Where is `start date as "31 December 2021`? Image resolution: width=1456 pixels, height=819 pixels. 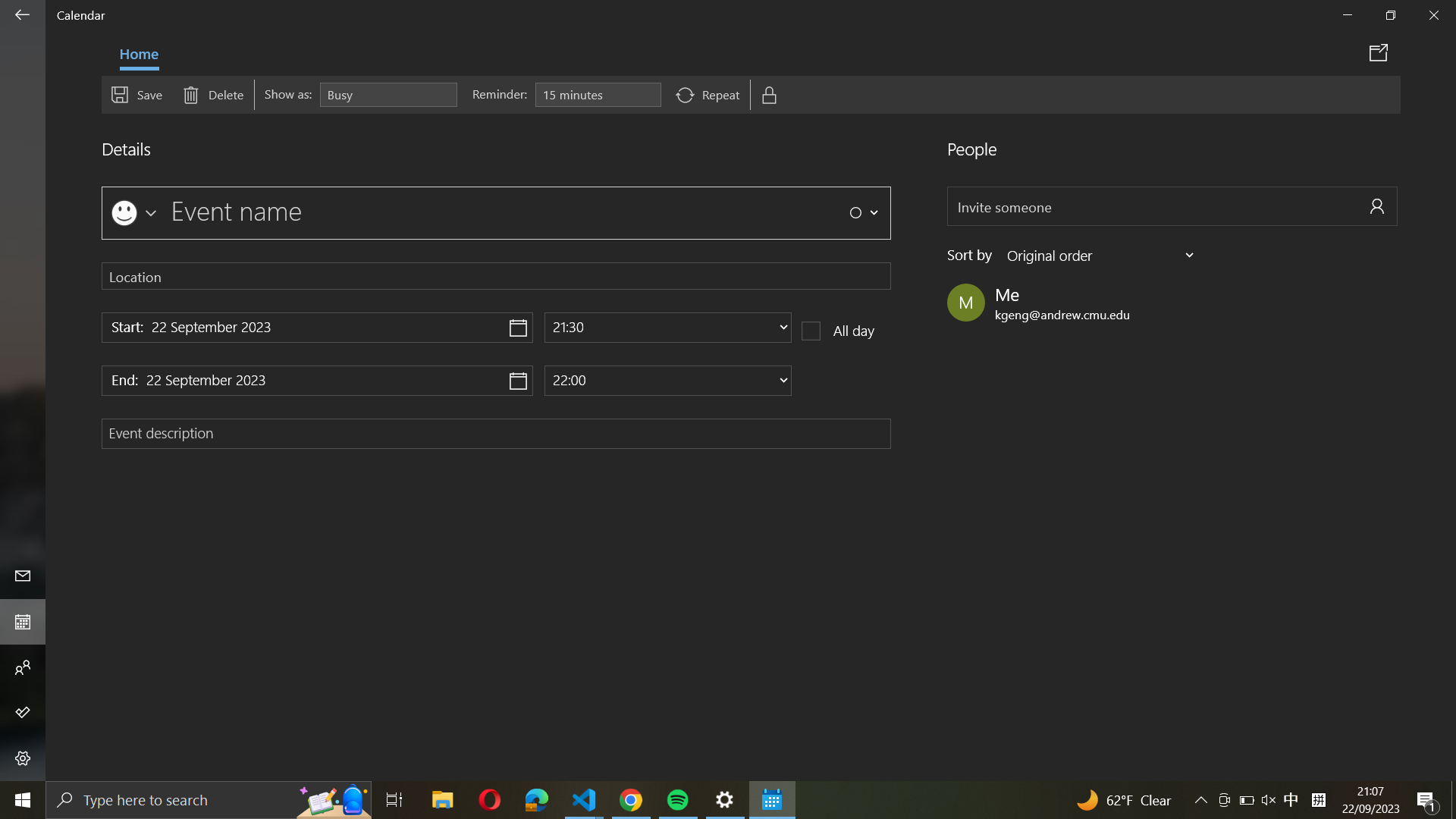
start date as "31 December 2021 is located at coordinates (316, 327).